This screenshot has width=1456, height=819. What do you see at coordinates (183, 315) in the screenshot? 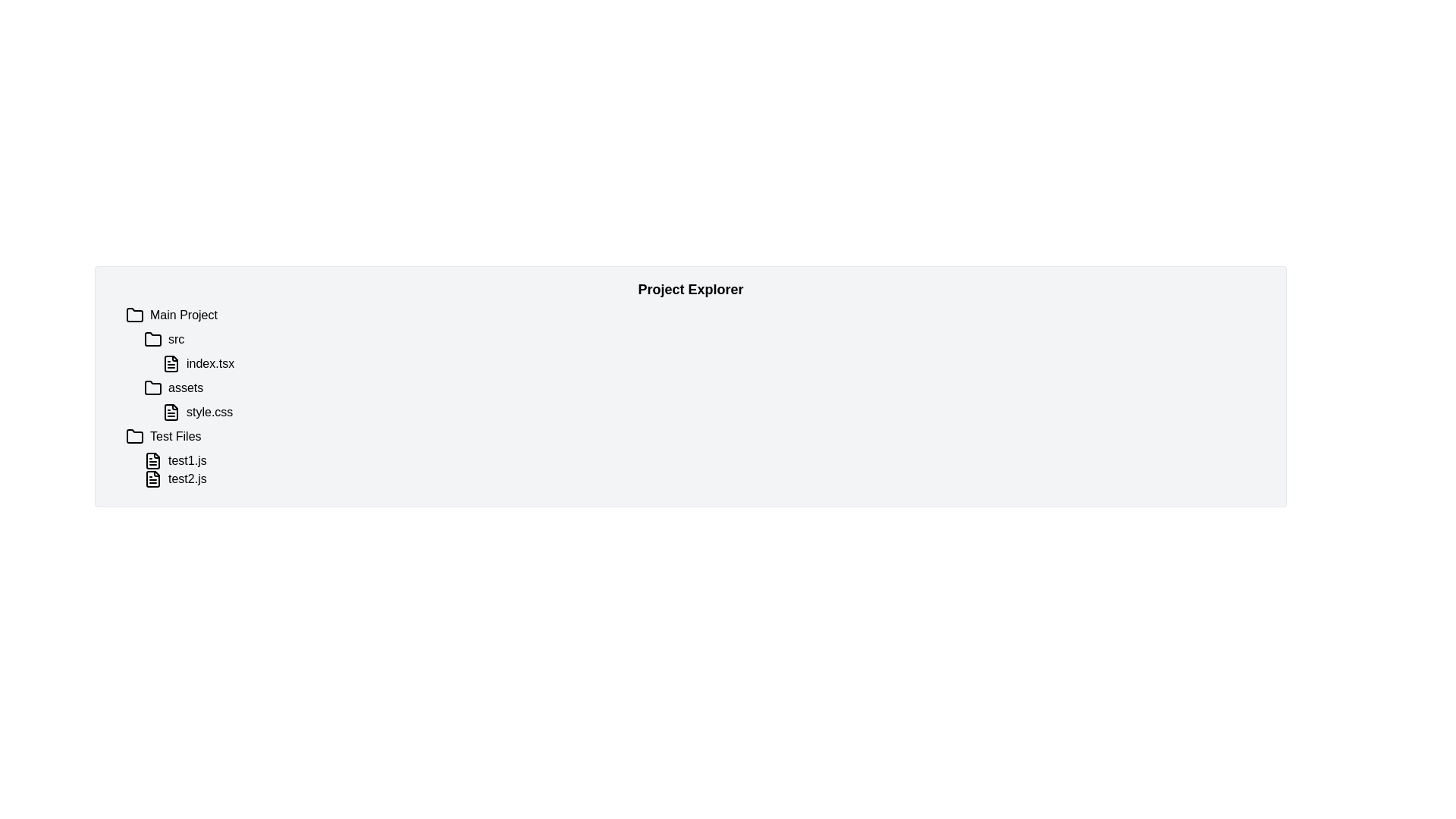
I see `the text label indicating the 'Main Project'` at bounding box center [183, 315].